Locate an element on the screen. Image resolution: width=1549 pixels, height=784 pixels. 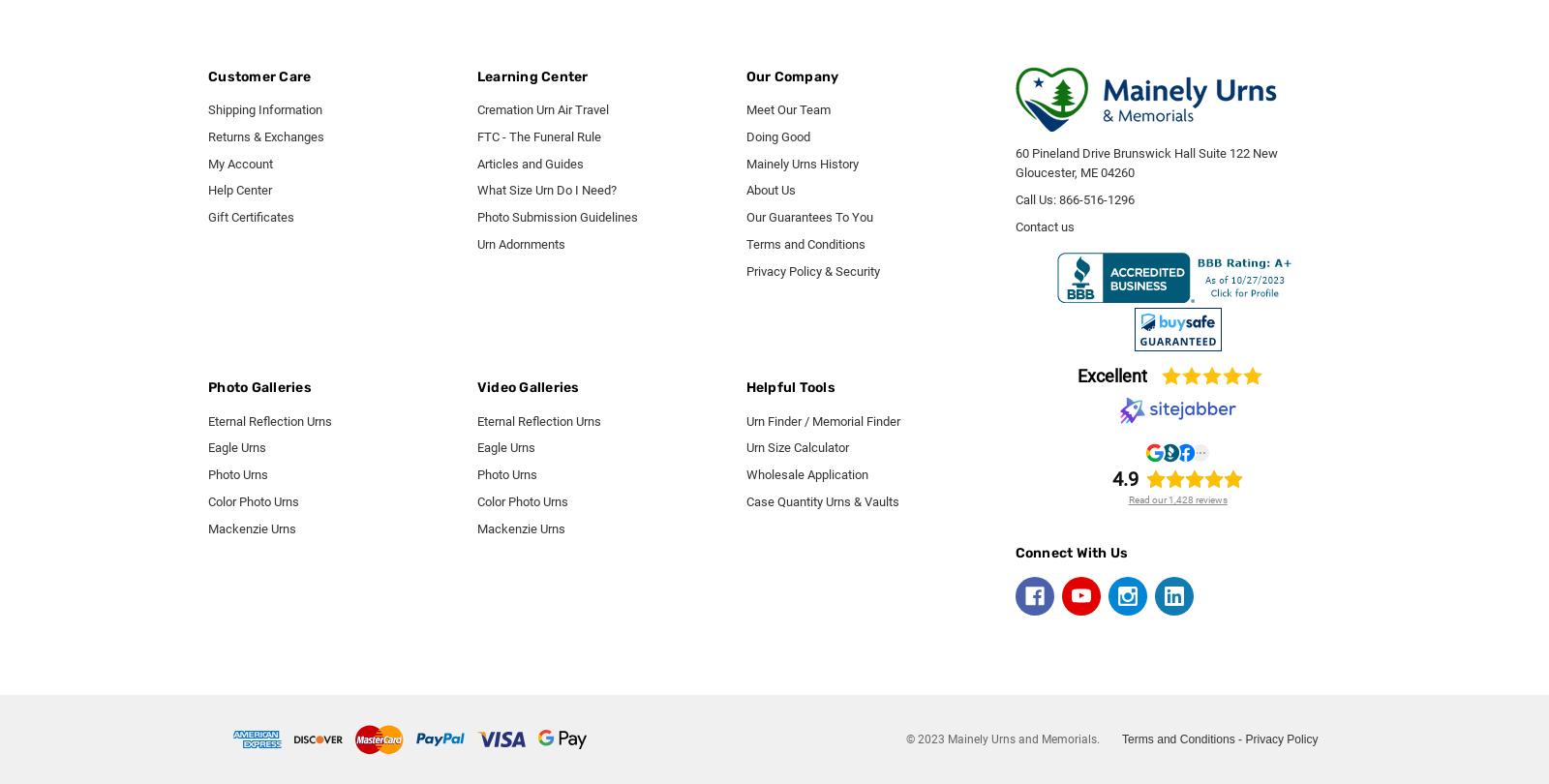
'Photo Galleries' is located at coordinates (259, 386).